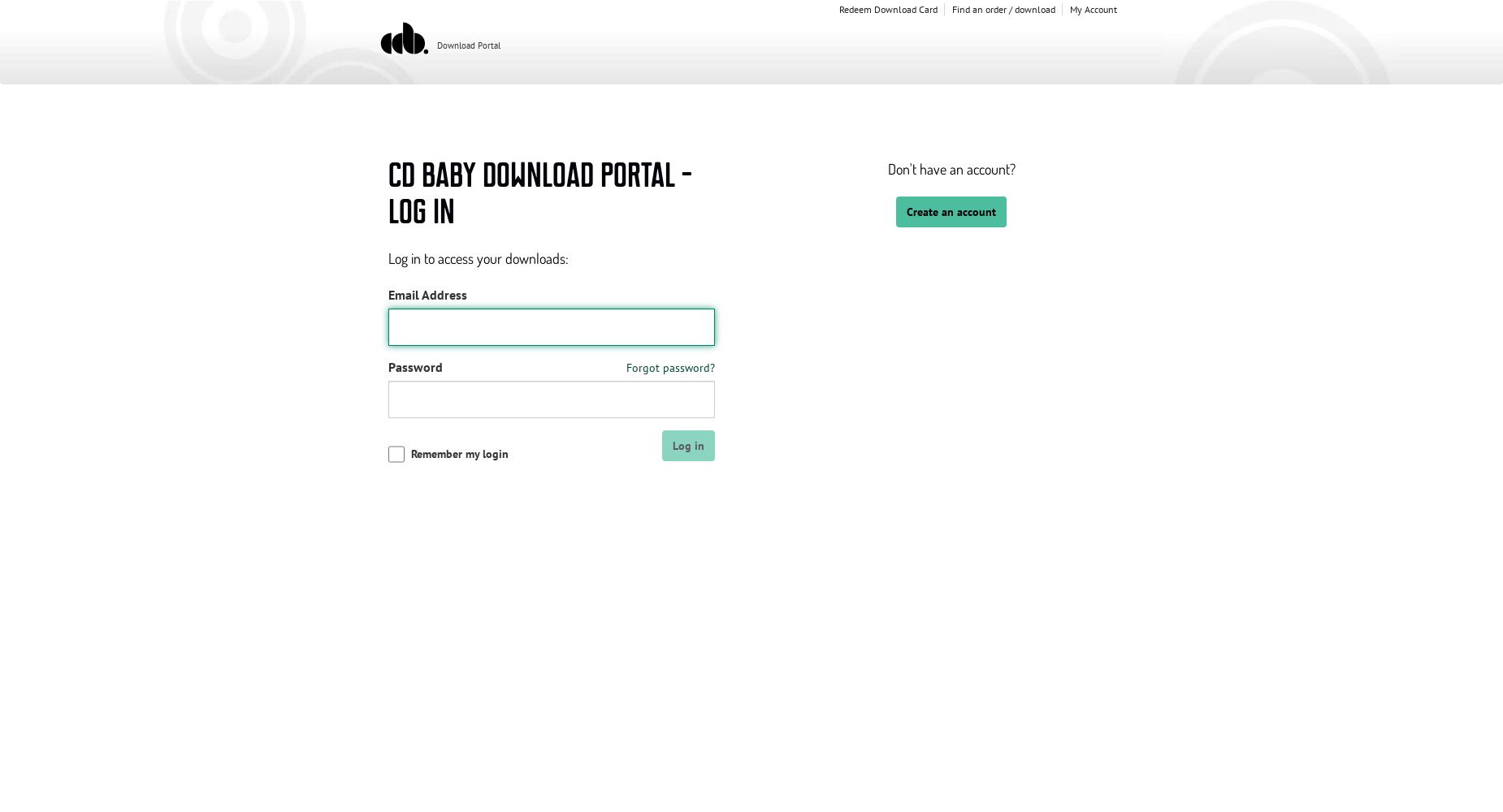 The height and width of the screenshot is (812, 1503). What do you see at coordinates (1002, 9) in the screenshot?
I see `'Find an order / download'` at bounding box center [1002, 9].